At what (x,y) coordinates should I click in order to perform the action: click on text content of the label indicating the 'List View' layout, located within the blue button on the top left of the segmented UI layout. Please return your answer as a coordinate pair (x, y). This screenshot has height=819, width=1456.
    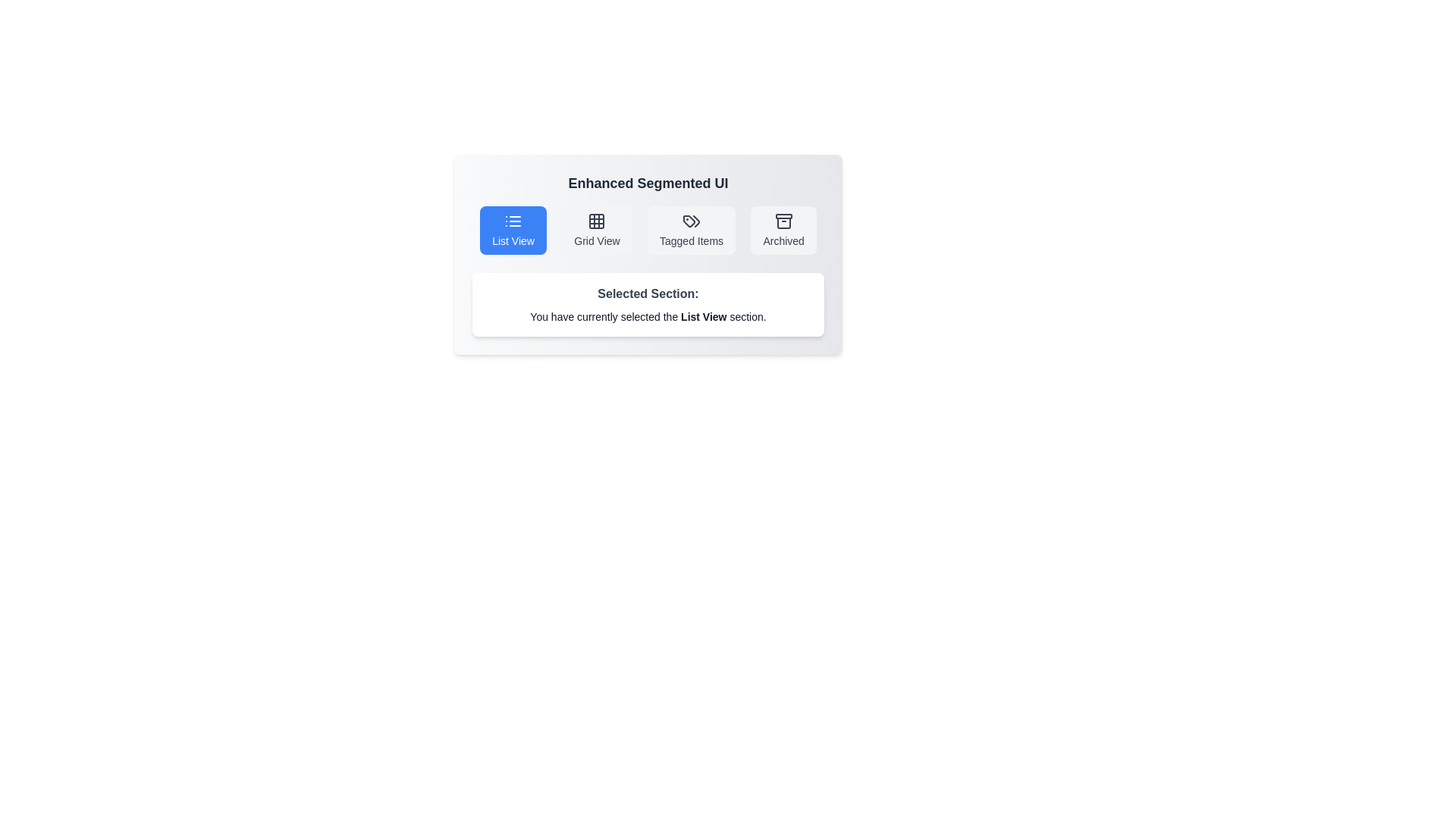
    Looking at the image, I should click on (513, 240).